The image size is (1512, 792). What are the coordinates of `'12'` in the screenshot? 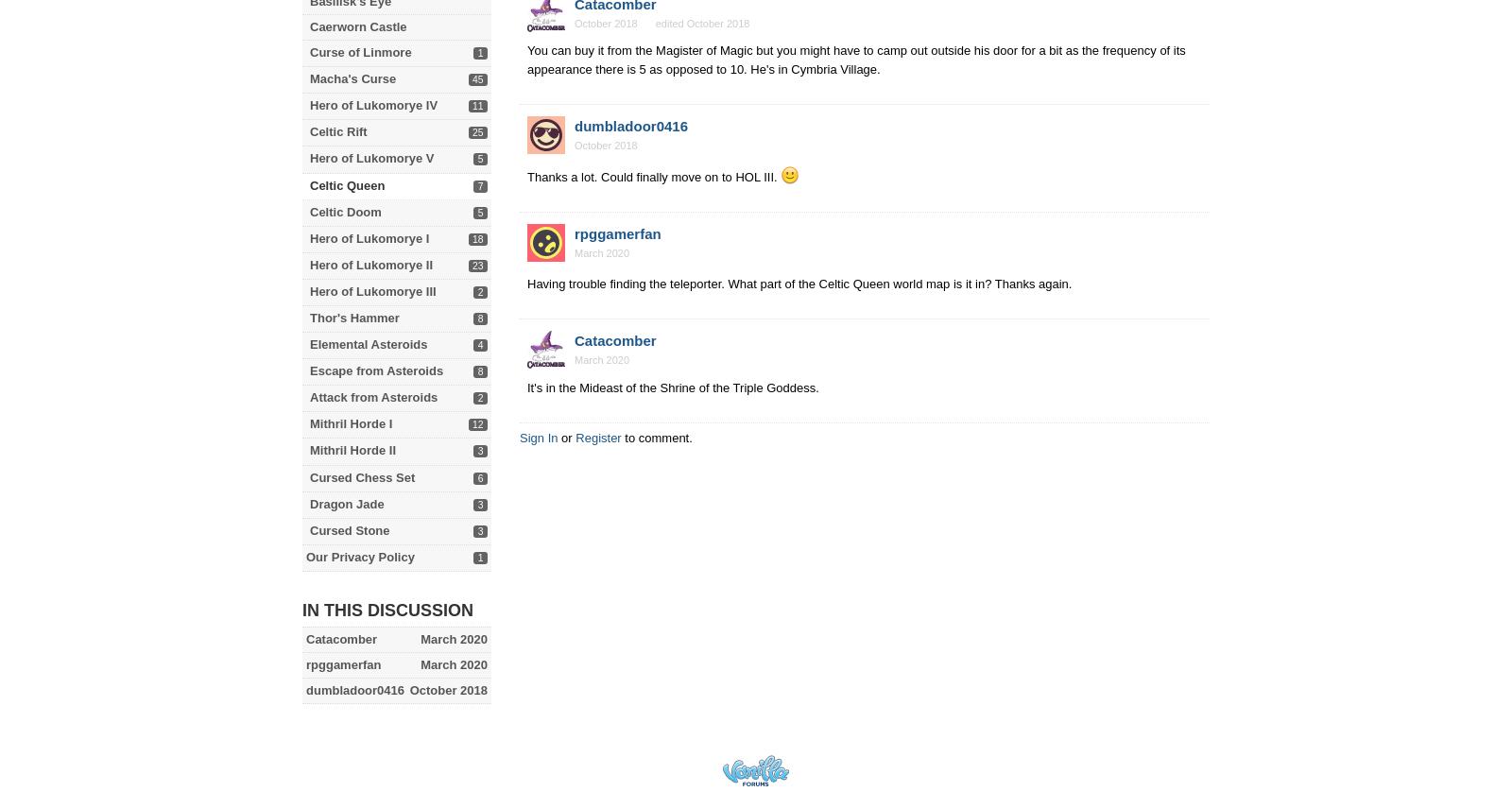 It's located at (472, 424).